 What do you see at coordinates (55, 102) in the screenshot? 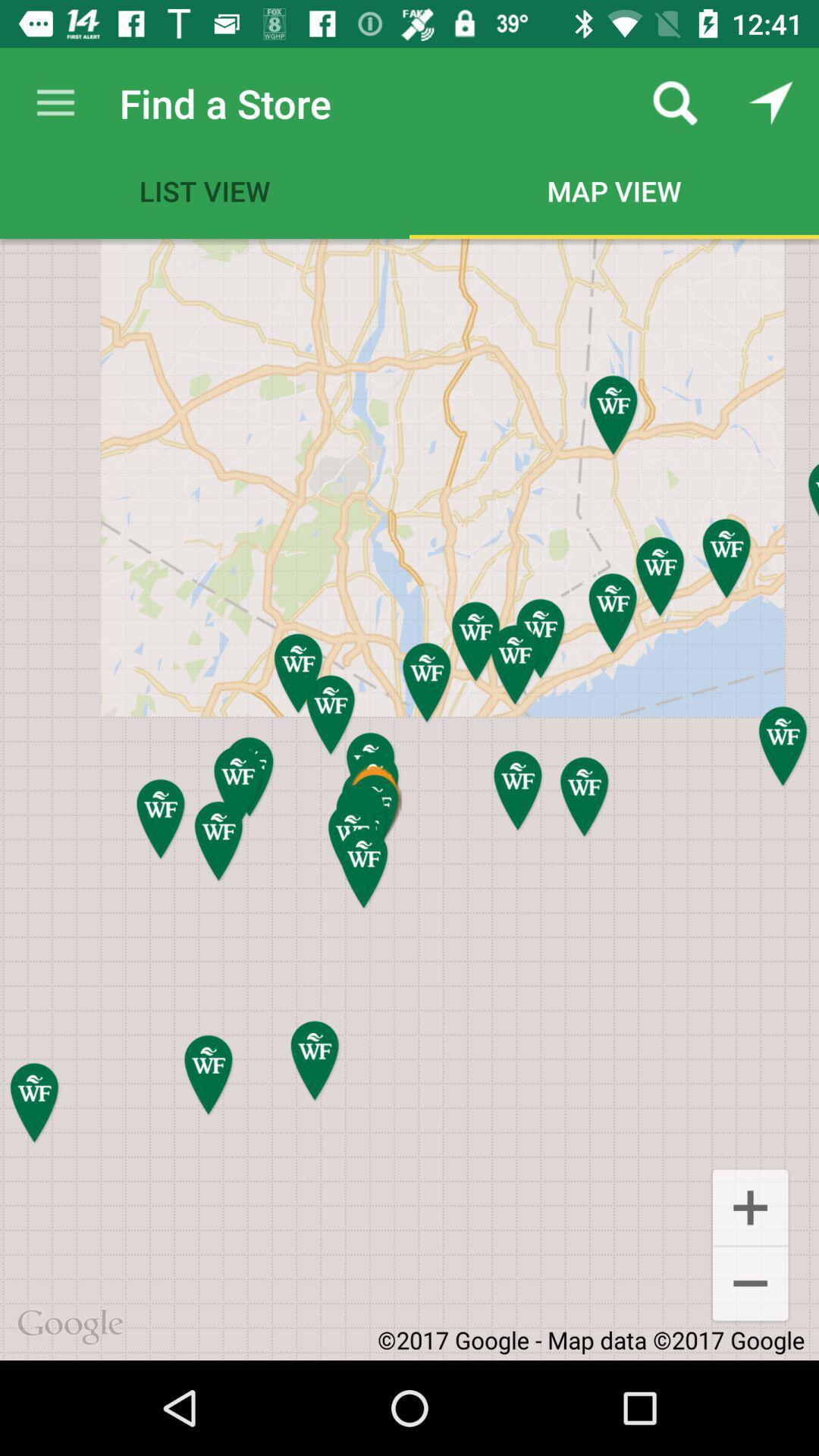
I see `icon to the left of find a store item` at bounding box center [55, 102].